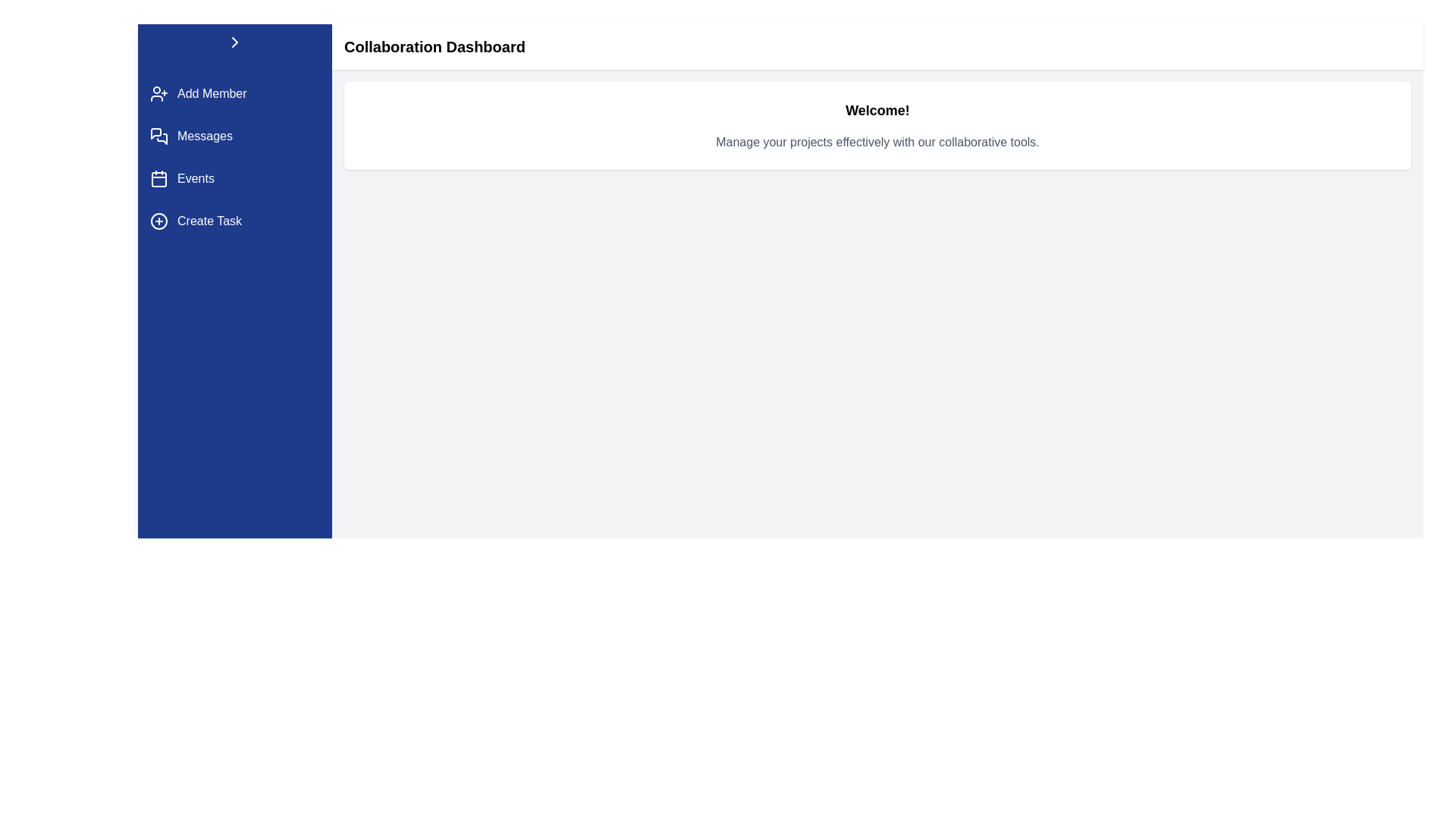 The width and height of the screenshot is (1456, 819). Describe the element at coordinates (195, 177) in the screenshot. I see `'Events' text label in the vertical navigation menu, which is styled with a white font on a blue background and is the third item in the menu` at that location.